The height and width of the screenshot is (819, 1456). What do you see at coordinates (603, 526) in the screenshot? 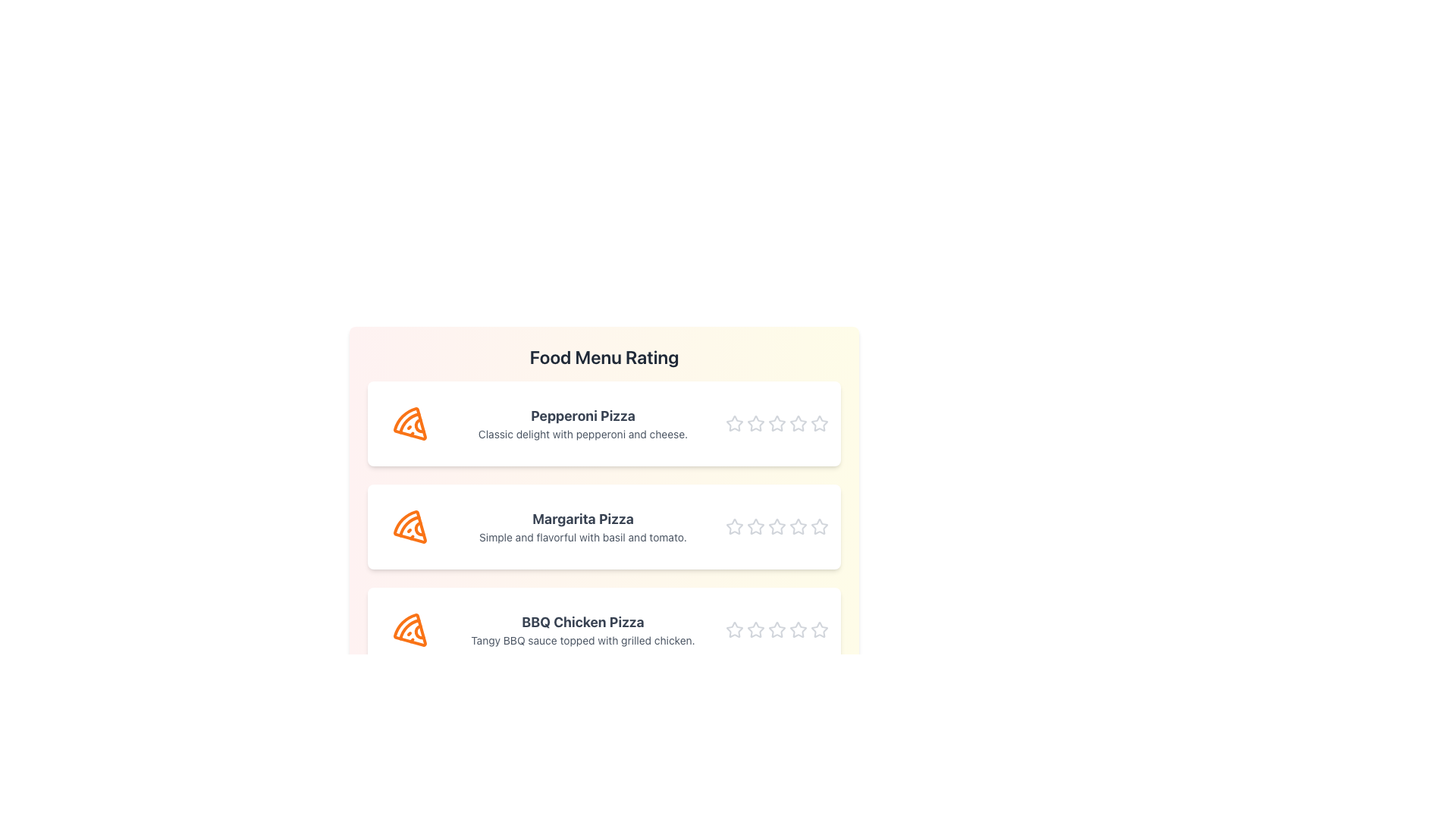
I see `a menu item from the vertical list displayed within the 'Food Menu Rating' card` at bounding box center [603, 526].